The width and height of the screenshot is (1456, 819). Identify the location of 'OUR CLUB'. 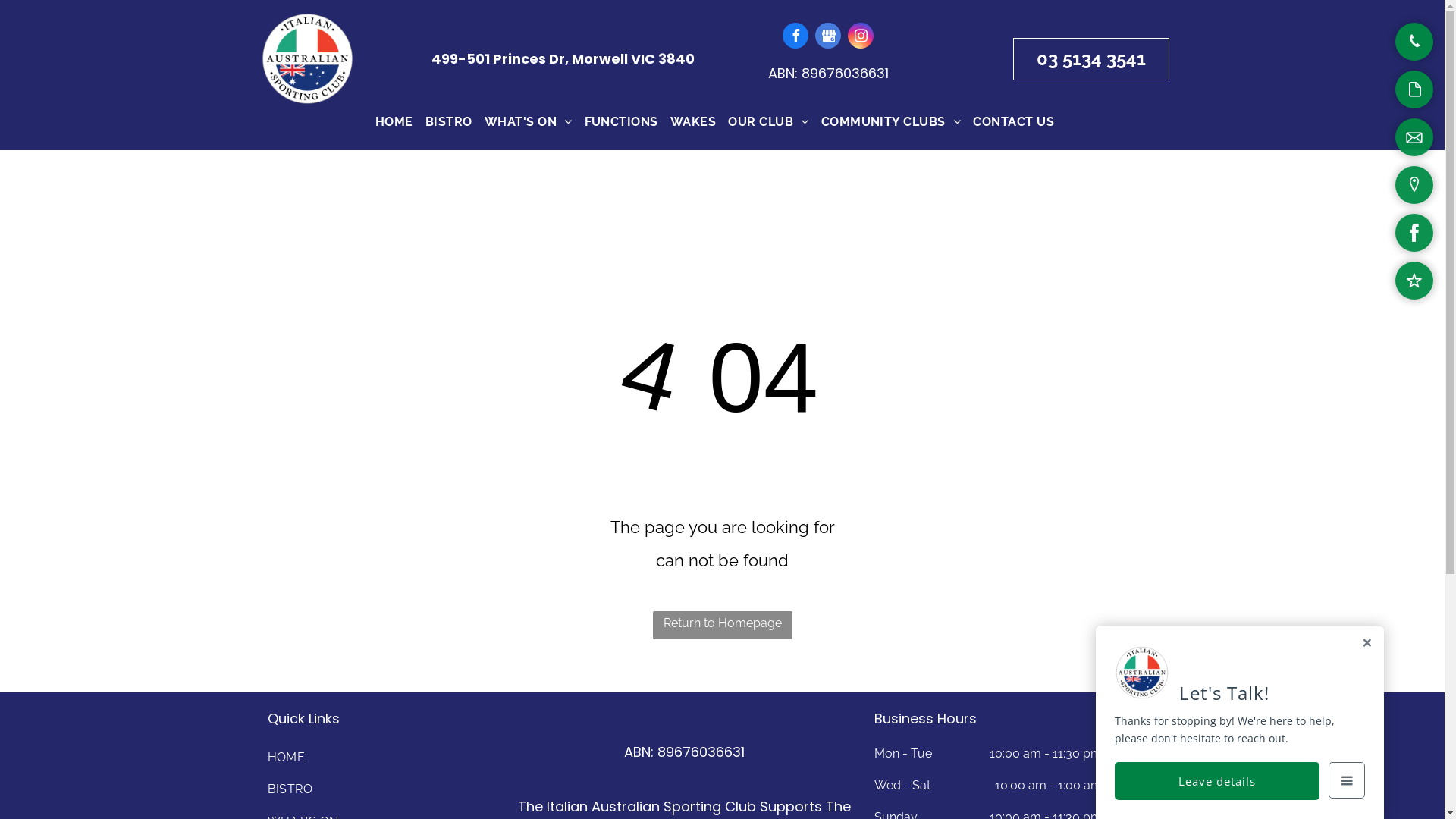
(720, 121).